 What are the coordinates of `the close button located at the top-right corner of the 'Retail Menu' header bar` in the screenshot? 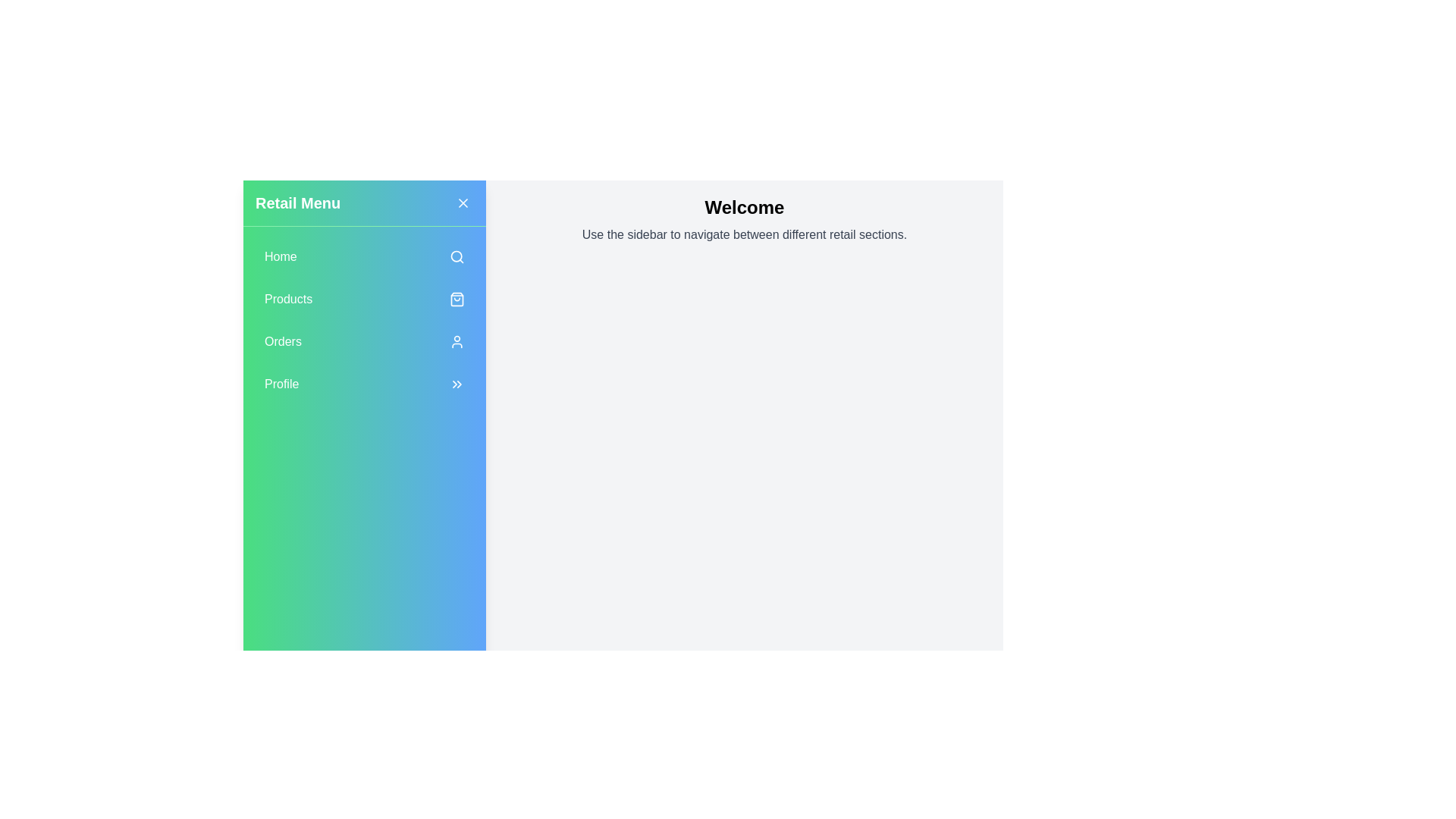 It's located at (462, 202).